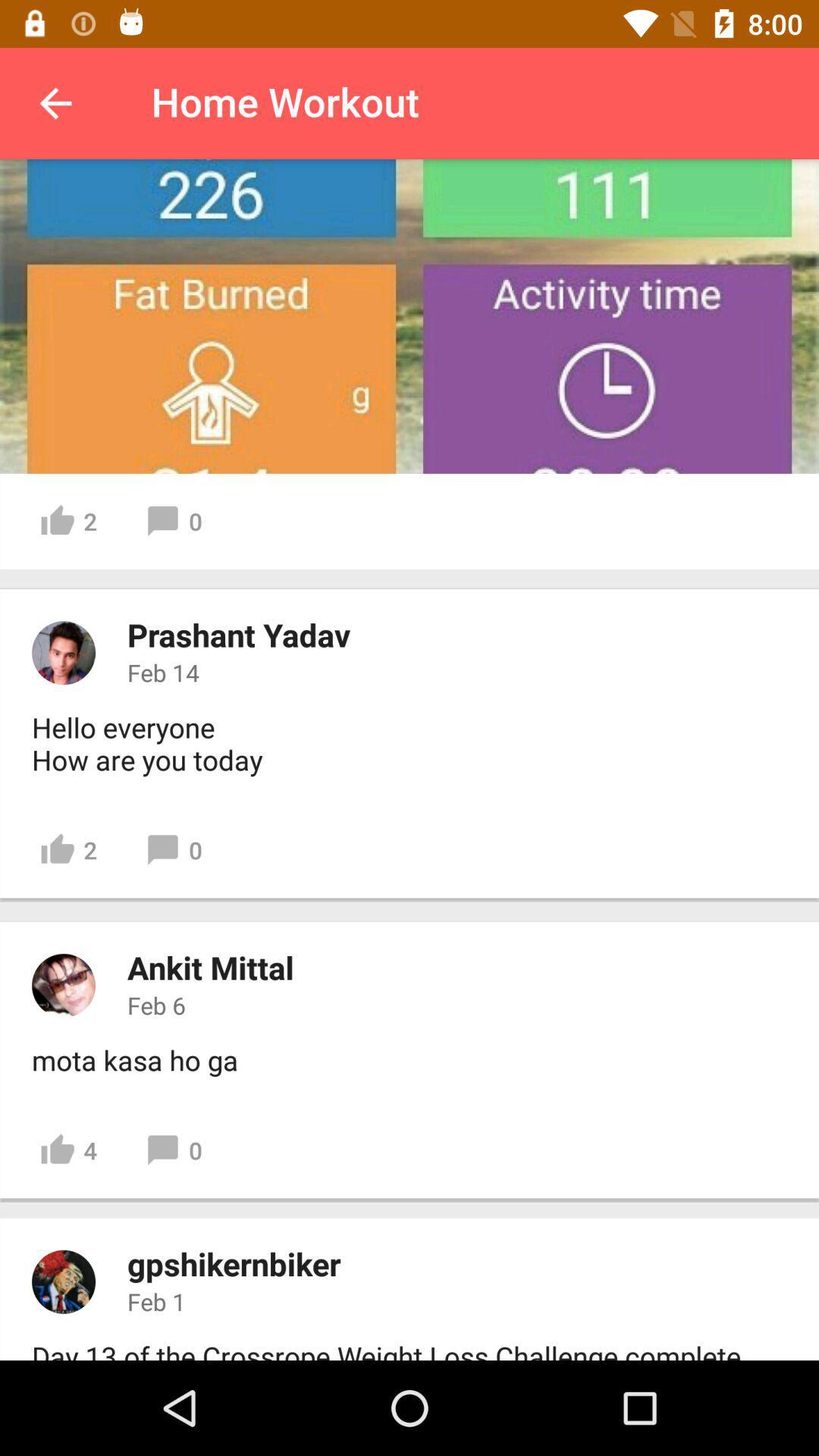 The height and width of the screenshot is (1456, 819). I want to click on icon below the mota kasa ho item, so click(68, 1150).